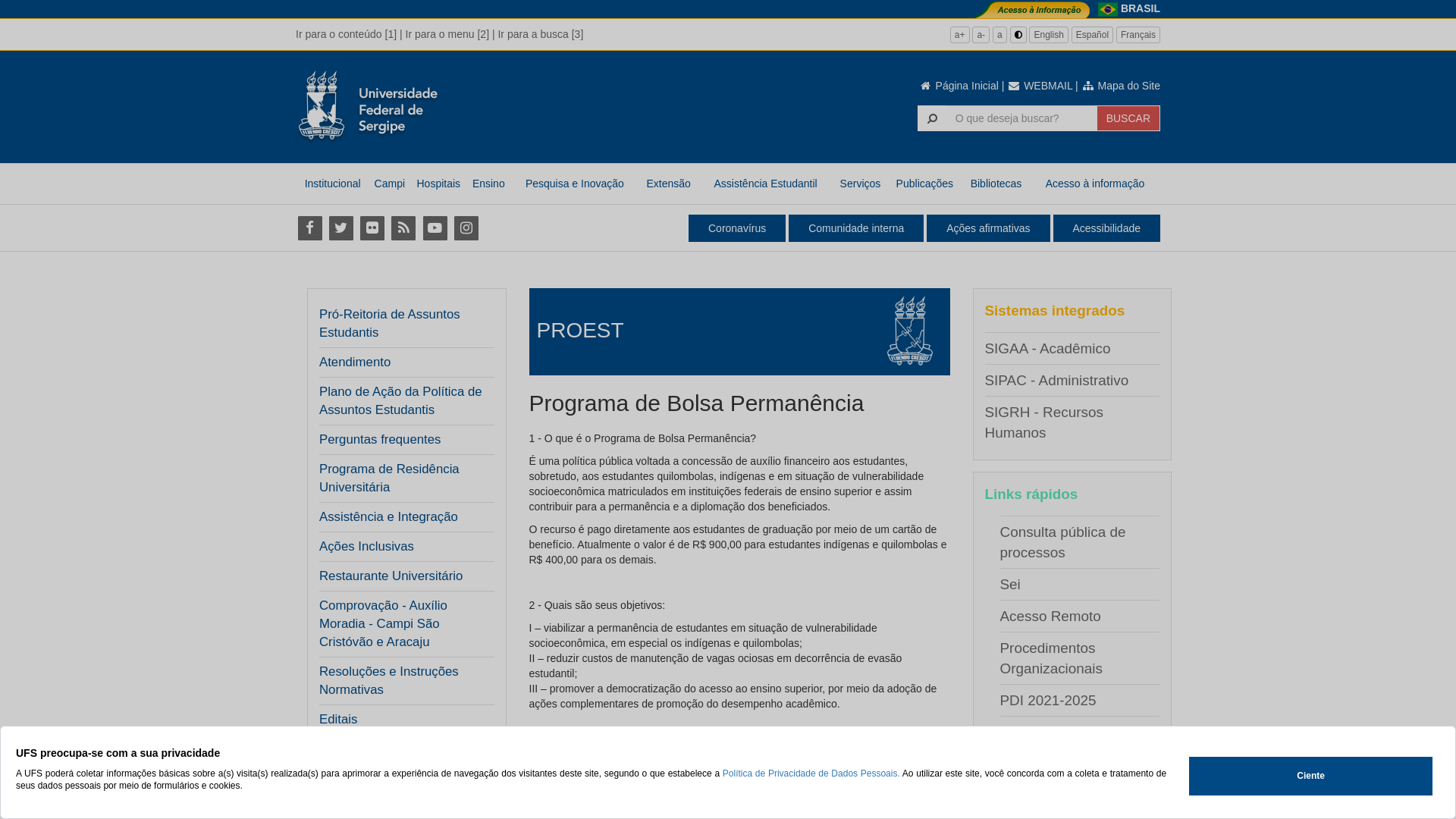  Describe the element at coordinates (437, 183) in the screenshot. I see `'Hospitais'` at that location.